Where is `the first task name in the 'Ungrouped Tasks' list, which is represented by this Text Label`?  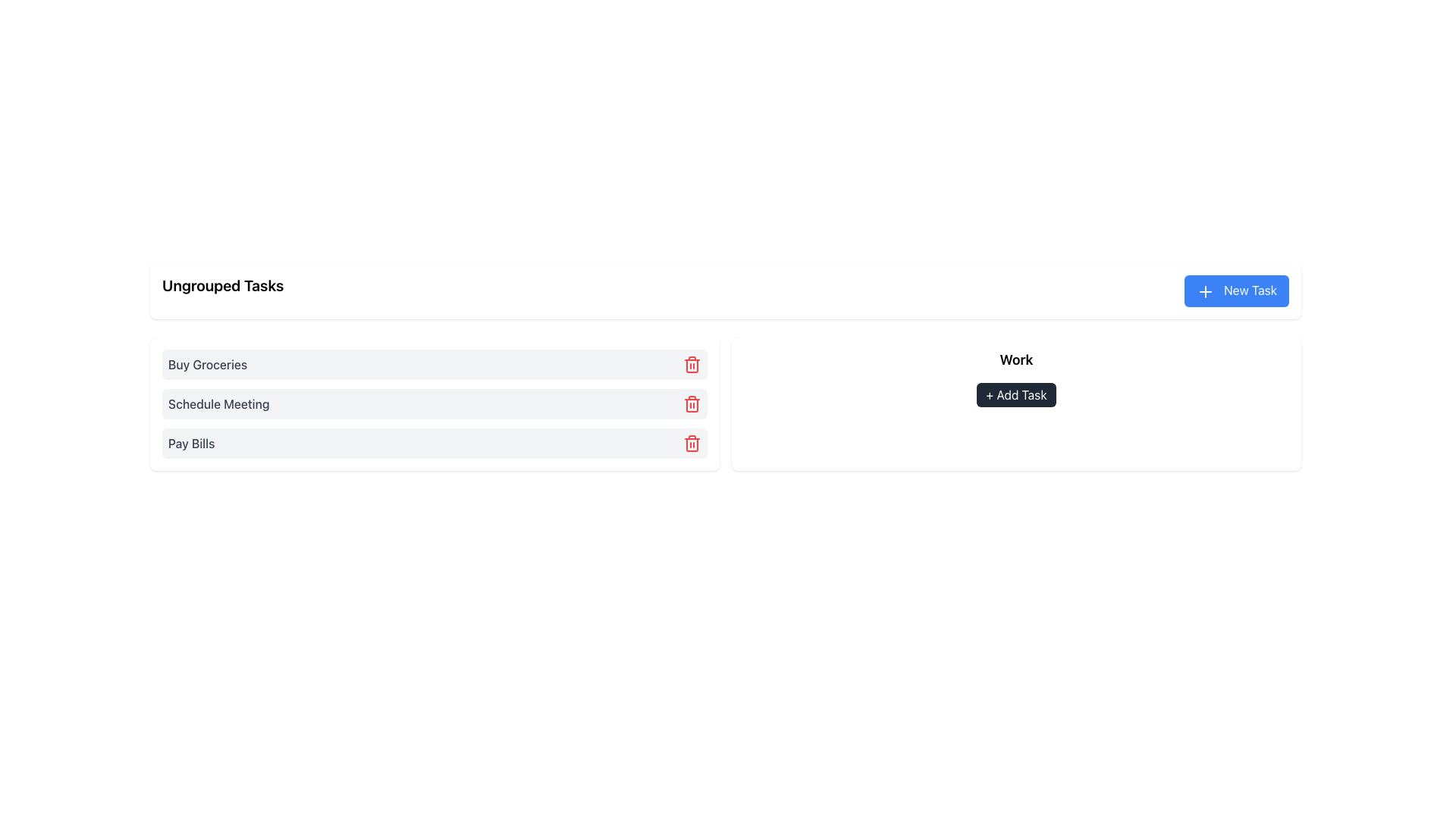 the first task name in the 'Ungrouped Tasks' list, which is represented by this Text Label is located at coordinates (207, 364).